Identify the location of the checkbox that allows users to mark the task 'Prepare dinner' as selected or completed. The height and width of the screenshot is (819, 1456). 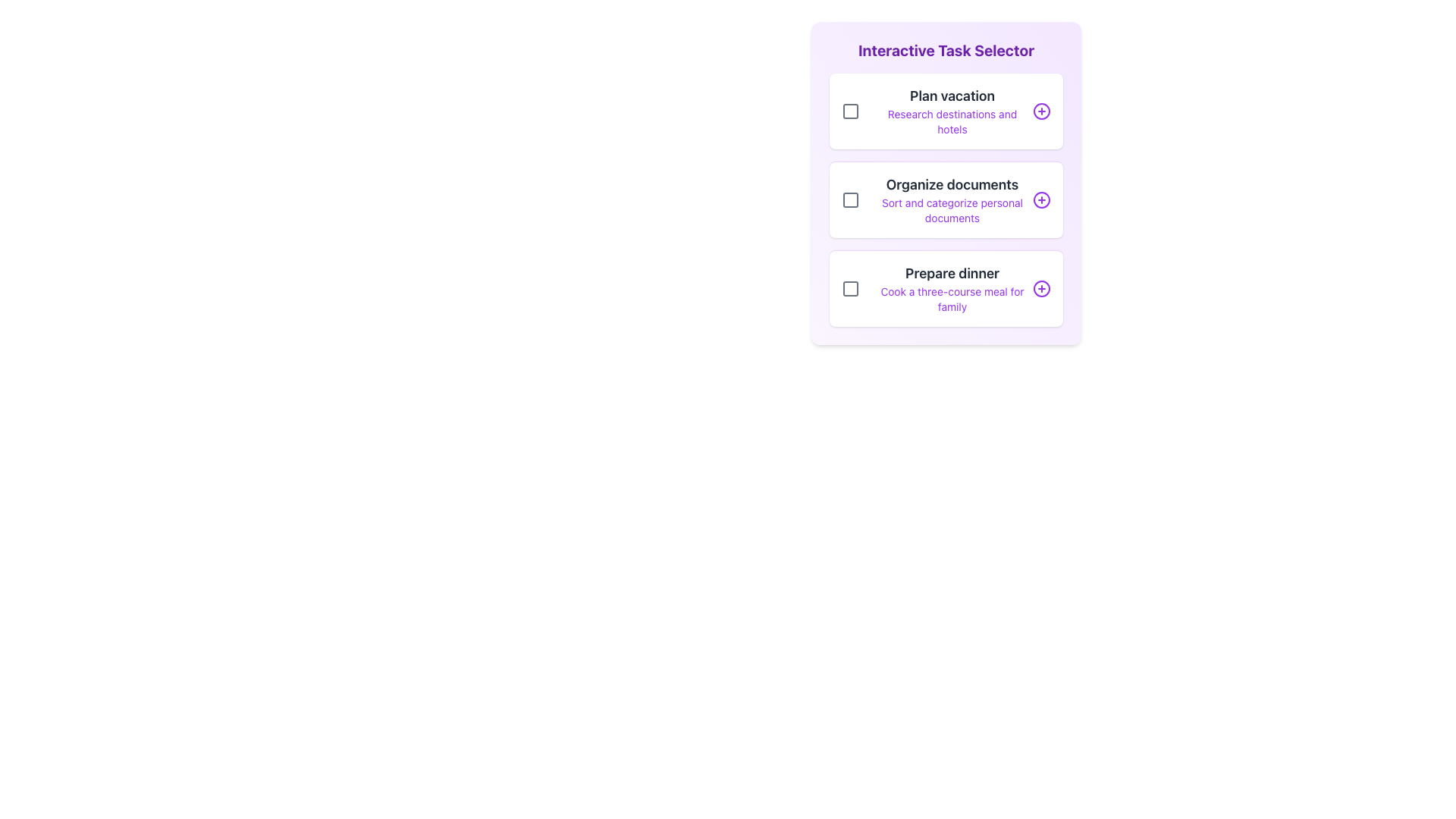
(851, 289).